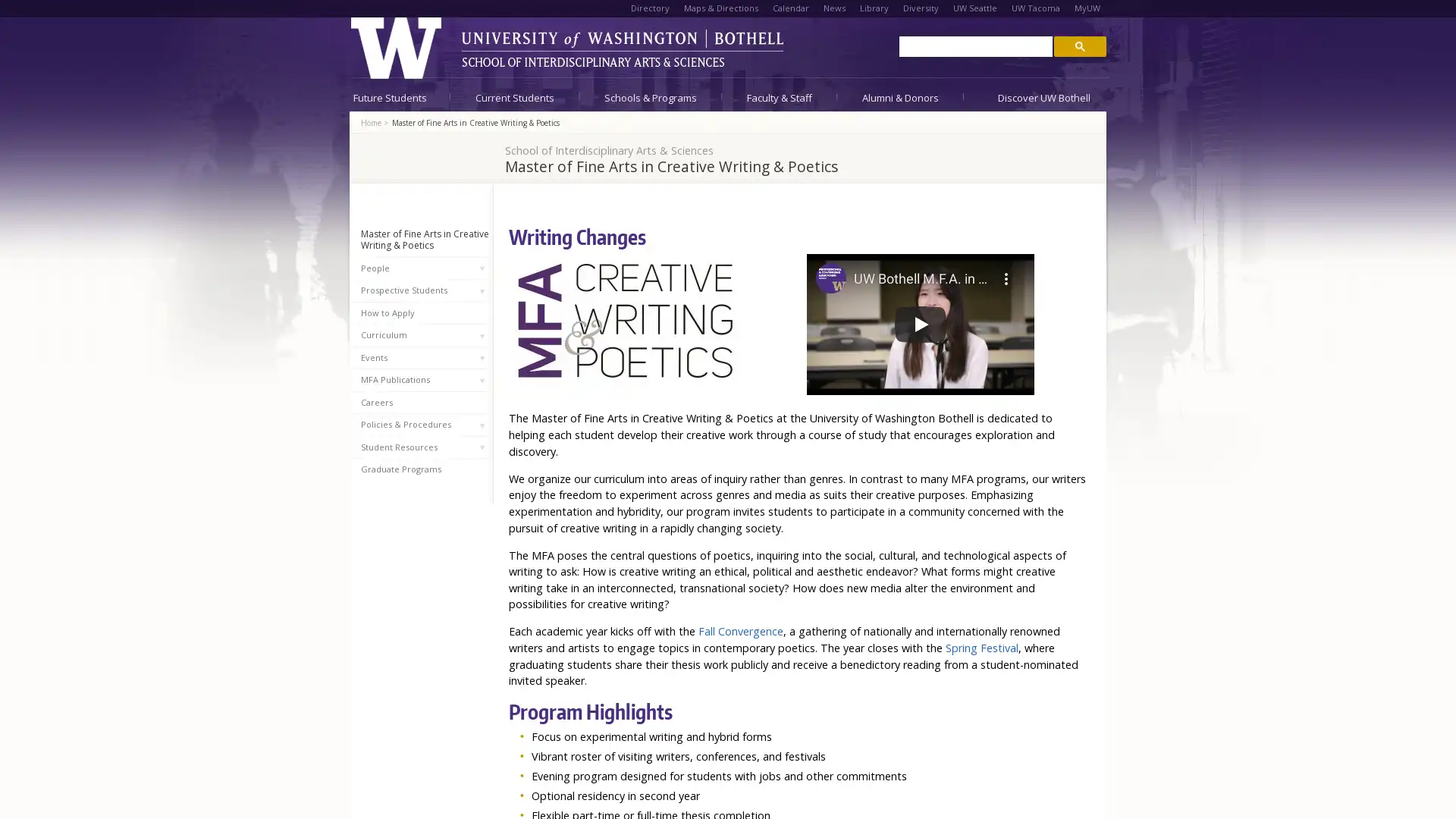 The width and height of the screenshot is (1456, 819). I want to click on Events Submenu, so click(482, 357).